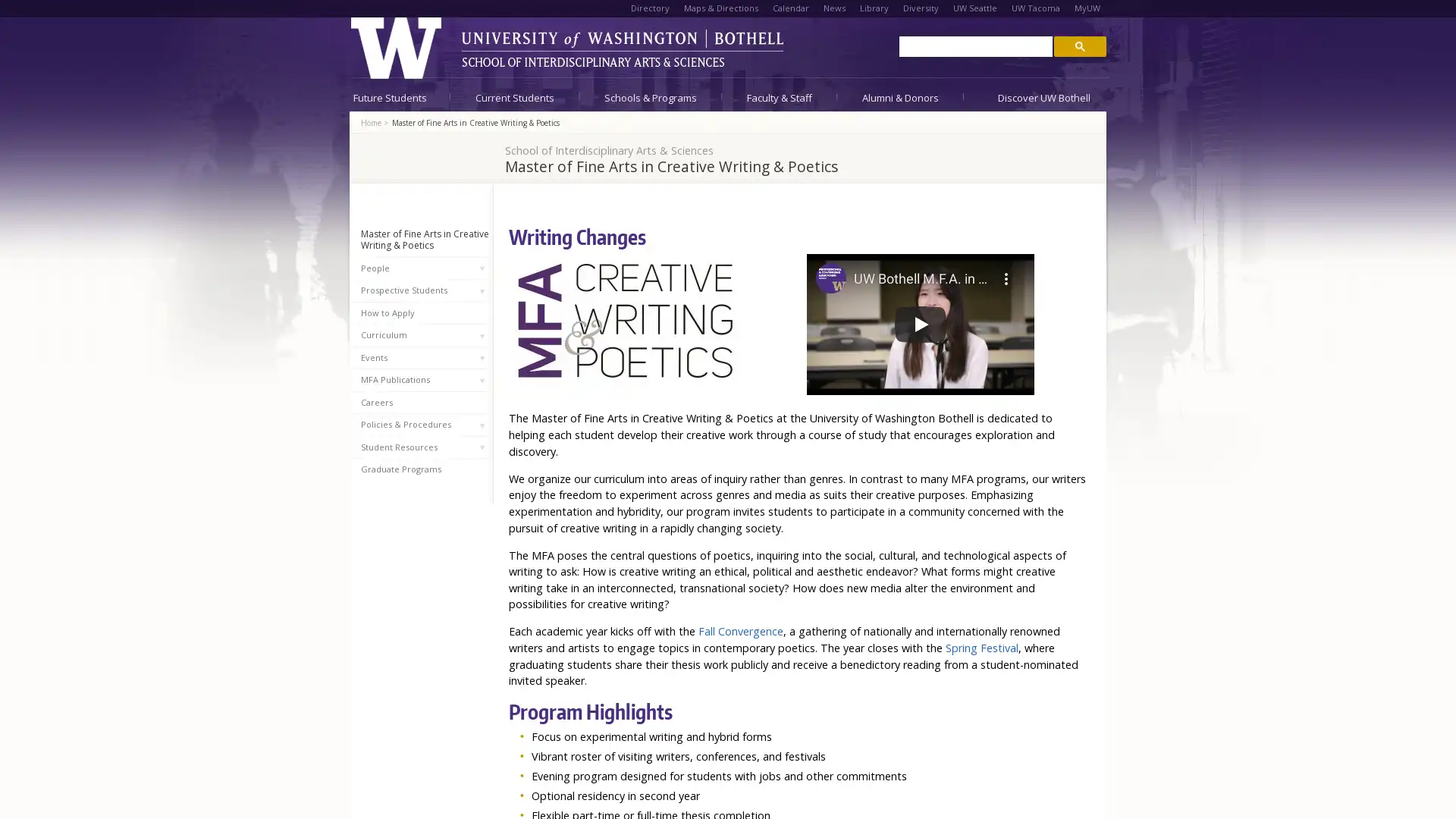 The width and height of the screenshot is (1456, 819). I want to click on Events Submenu, so click(482, 357).